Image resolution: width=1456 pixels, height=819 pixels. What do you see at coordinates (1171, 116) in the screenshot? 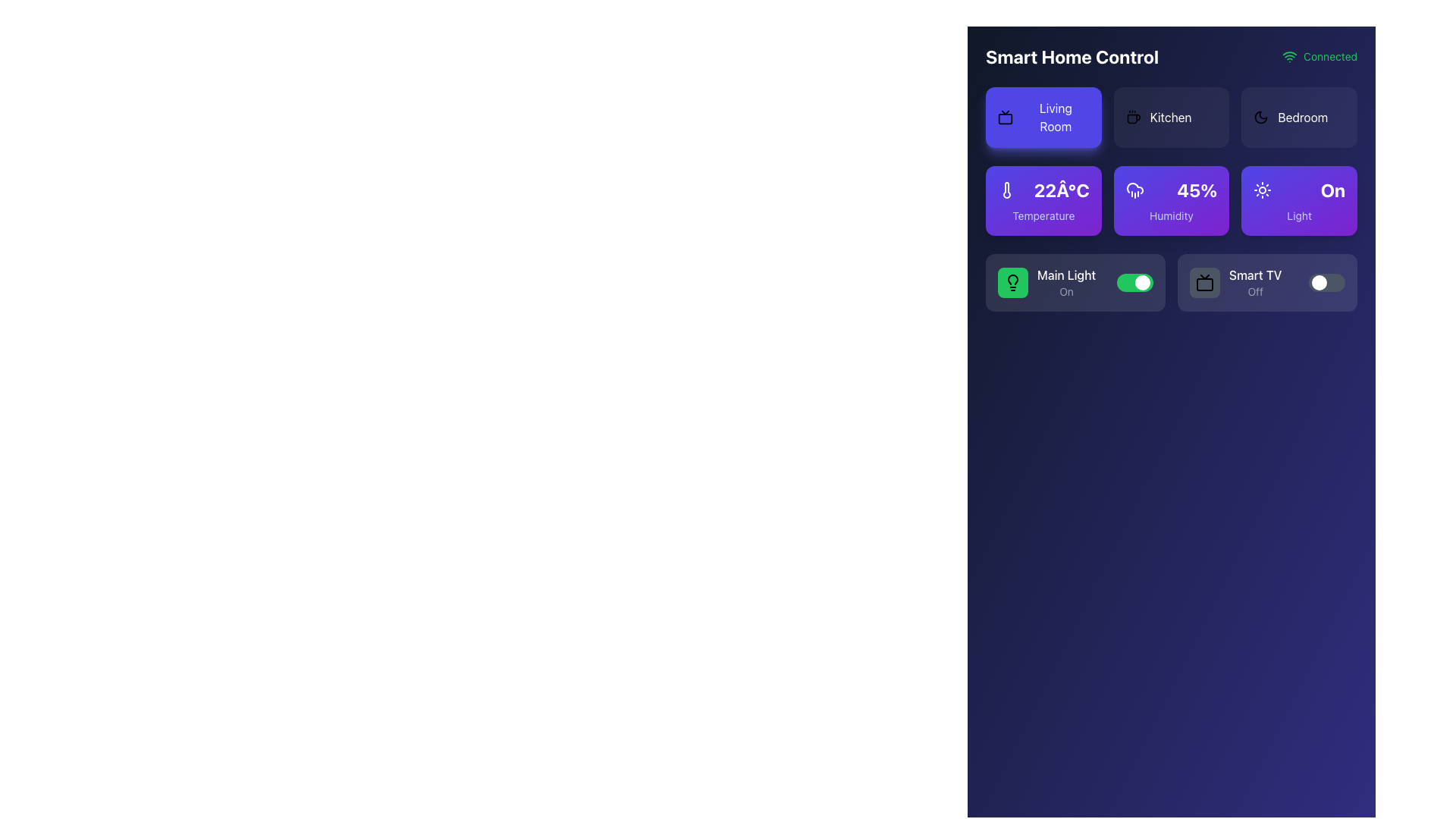
I see `the button located near the top-center of the interface` at bounding box center [1171, 116].